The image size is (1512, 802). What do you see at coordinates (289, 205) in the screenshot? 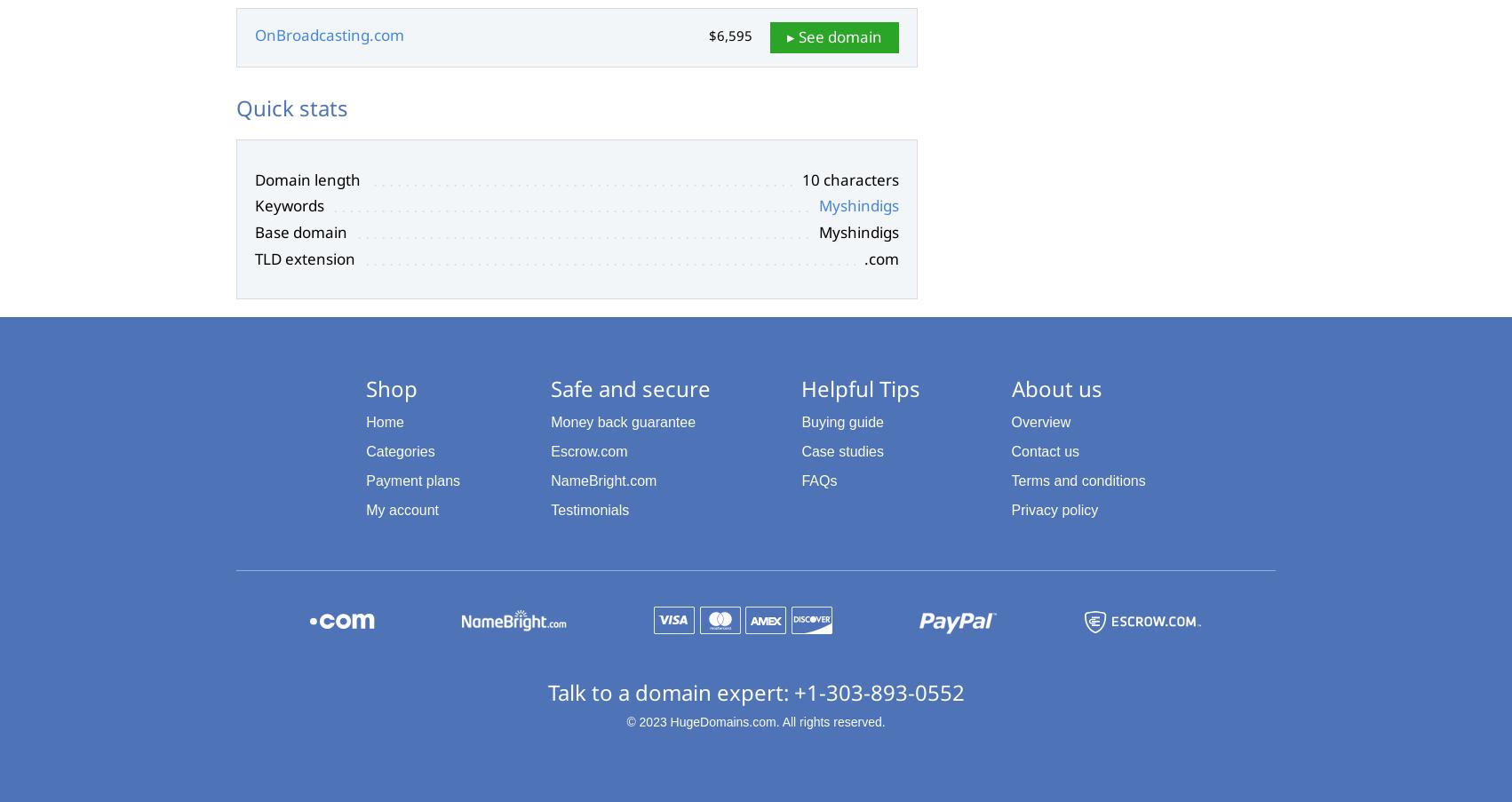
I see `'Keywords'` at bounding box center [289, 205].